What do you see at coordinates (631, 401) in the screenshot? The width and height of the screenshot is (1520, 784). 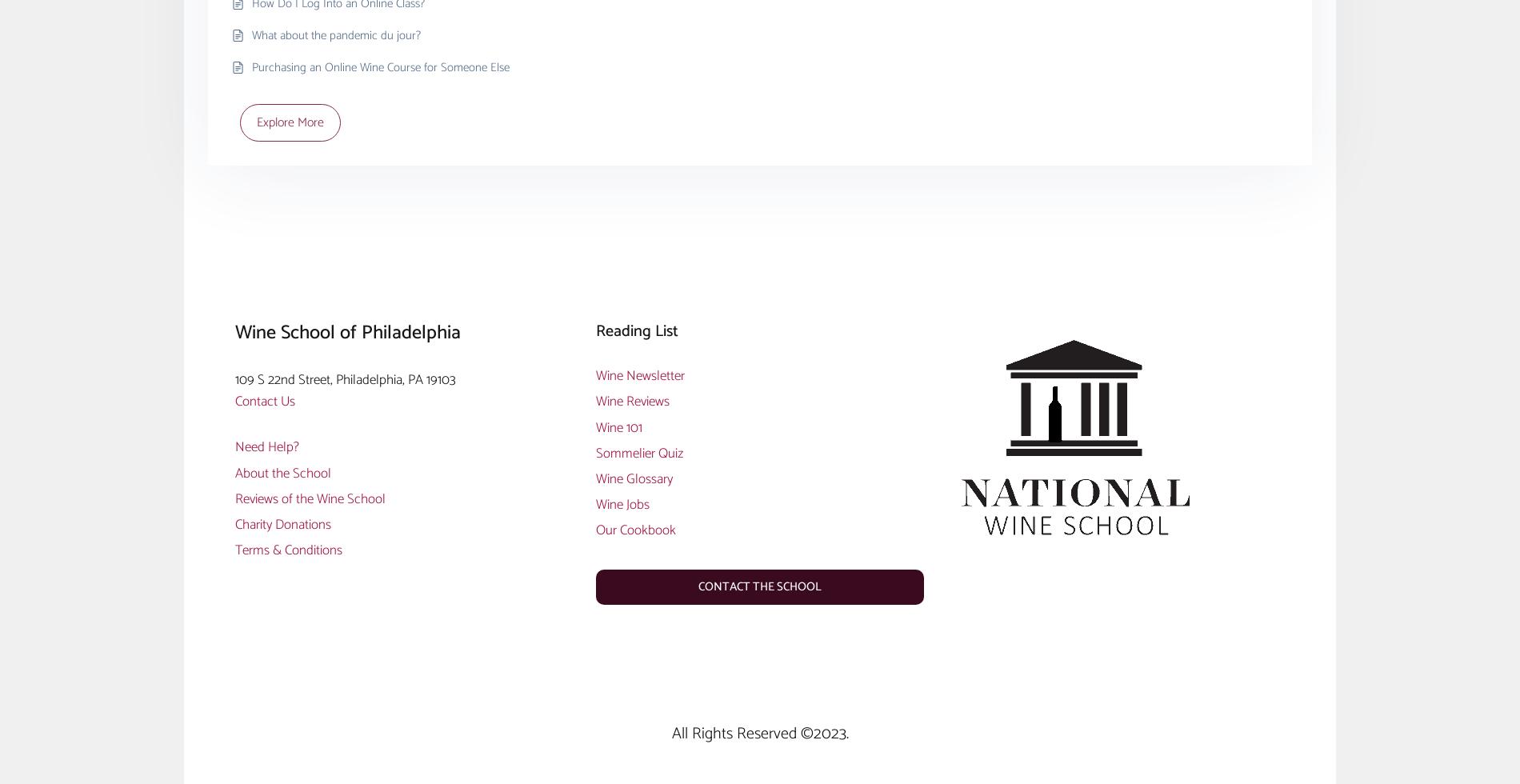 I see `'Wine Reviews'` at bounding box center [631, 401].